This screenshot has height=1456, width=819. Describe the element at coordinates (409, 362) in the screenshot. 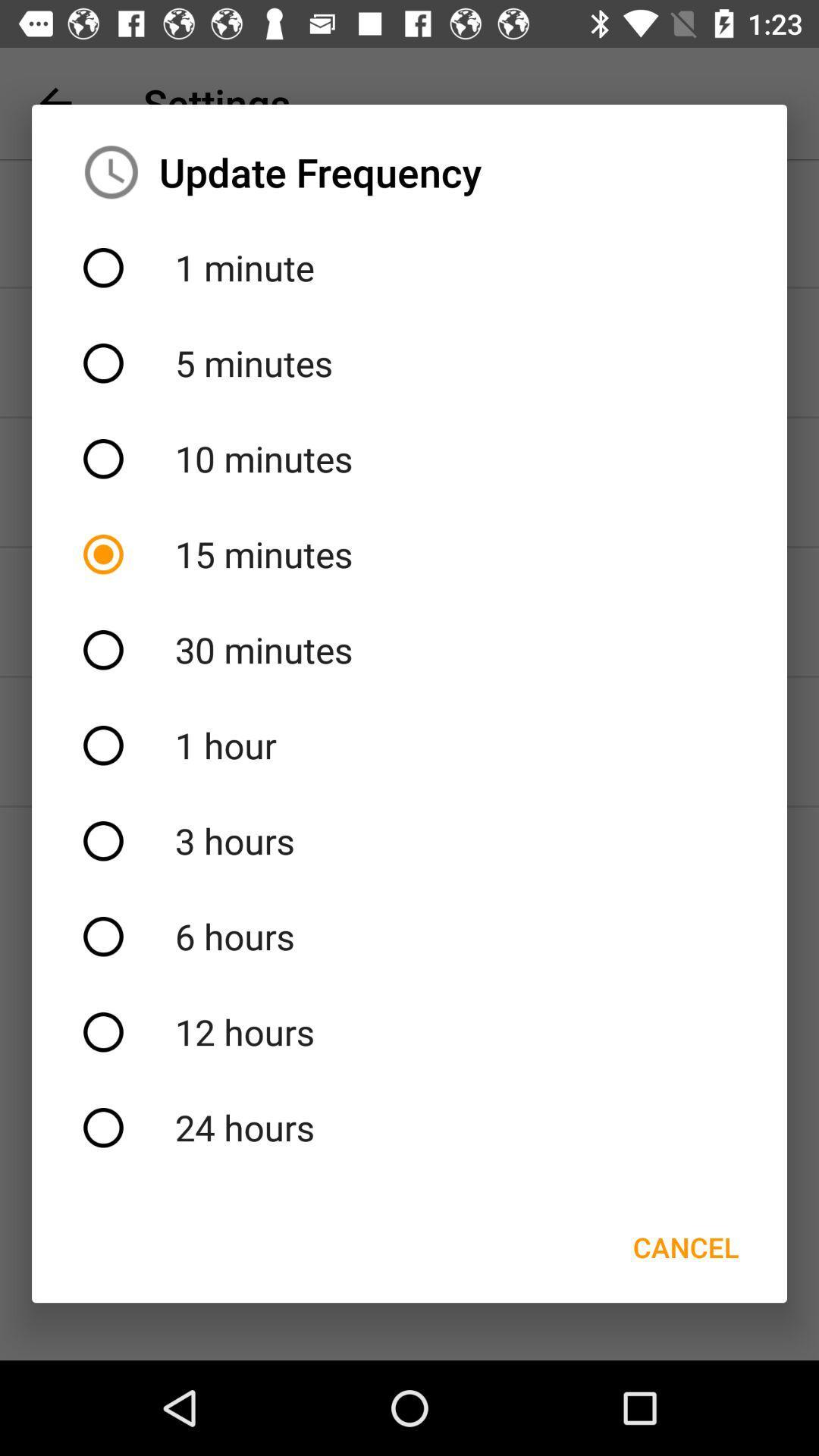

I see `item above 10 minutes icon` at that location.